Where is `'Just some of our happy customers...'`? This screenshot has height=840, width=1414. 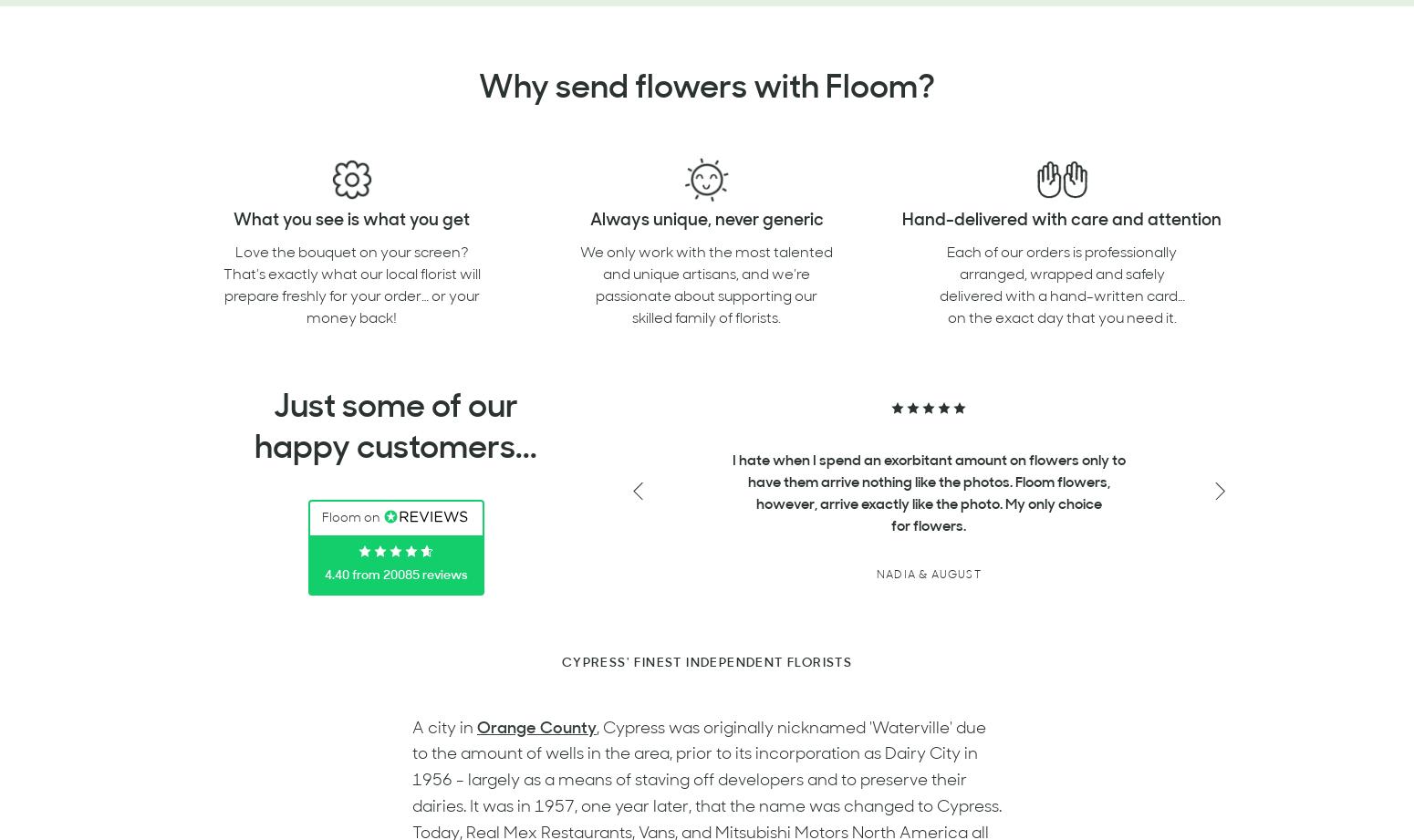 'Just some of our happy customers...' is located at coordinates (396, 427).